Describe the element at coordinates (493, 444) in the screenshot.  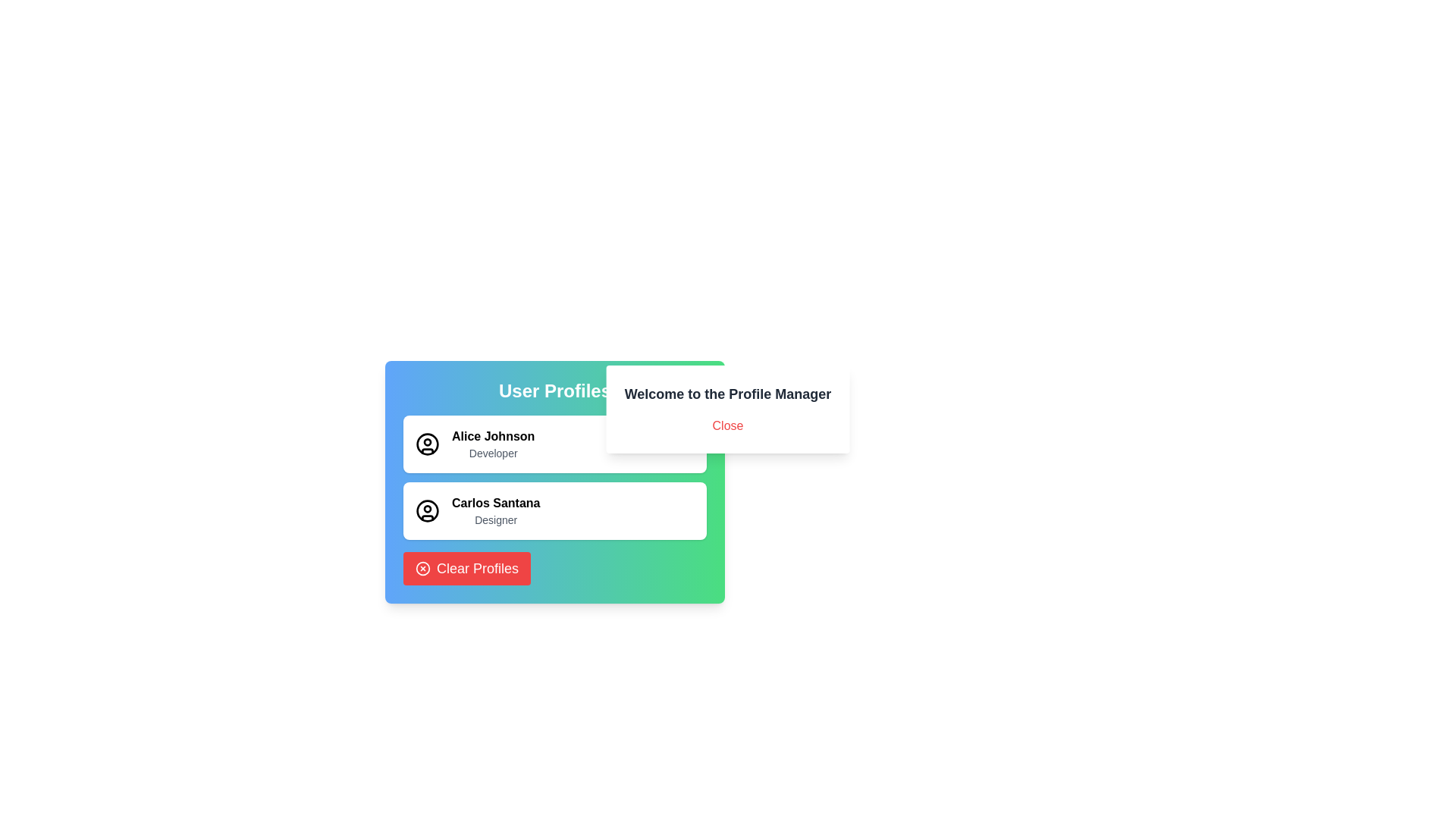
I see `the static informational text displaying 'Alice Johnson' and 'Developer' in the first user profile card of the 'User Profiles' section` at that location.